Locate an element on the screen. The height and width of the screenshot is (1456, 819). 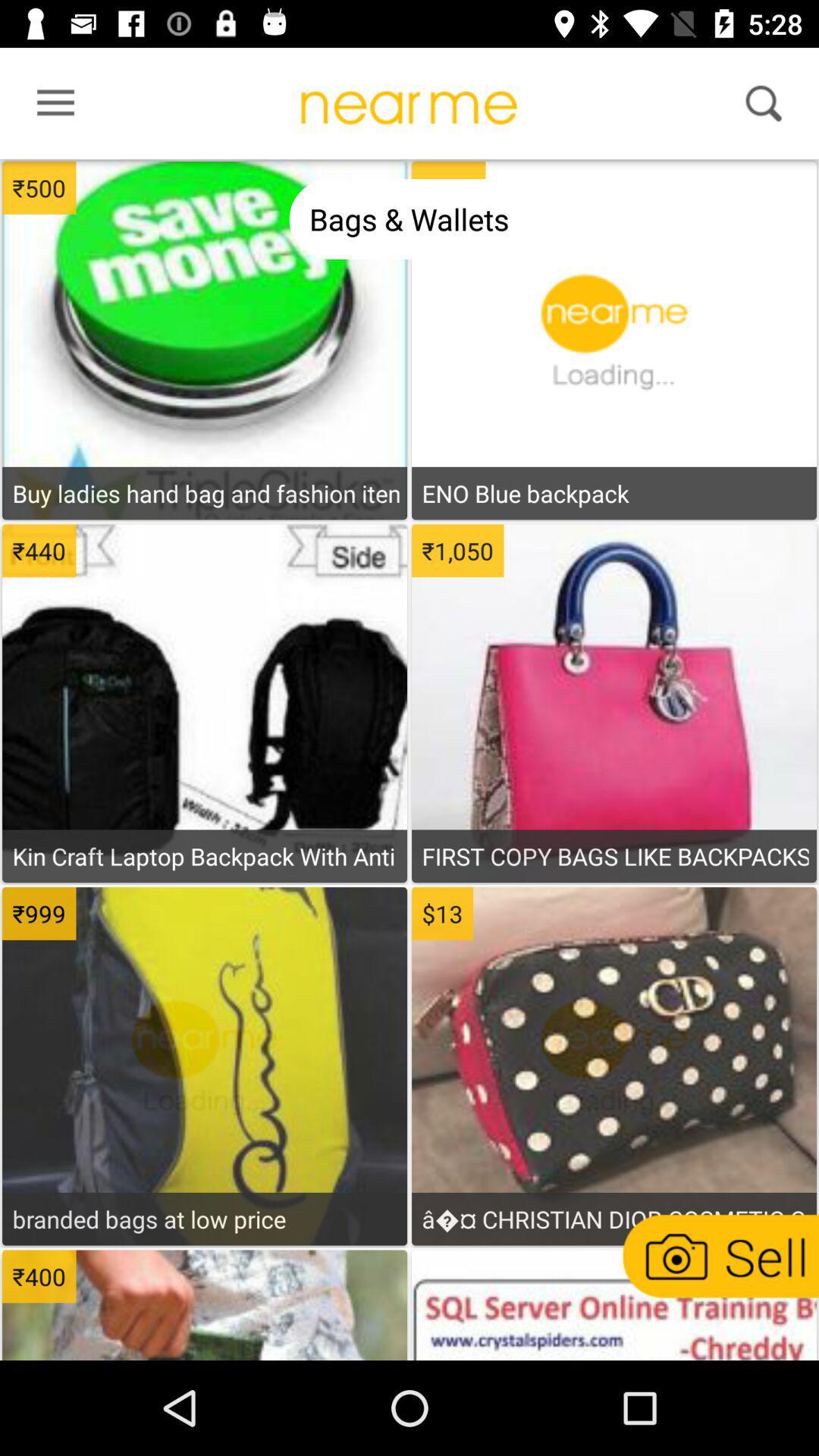
display more information is located at coordinates (205, 545).